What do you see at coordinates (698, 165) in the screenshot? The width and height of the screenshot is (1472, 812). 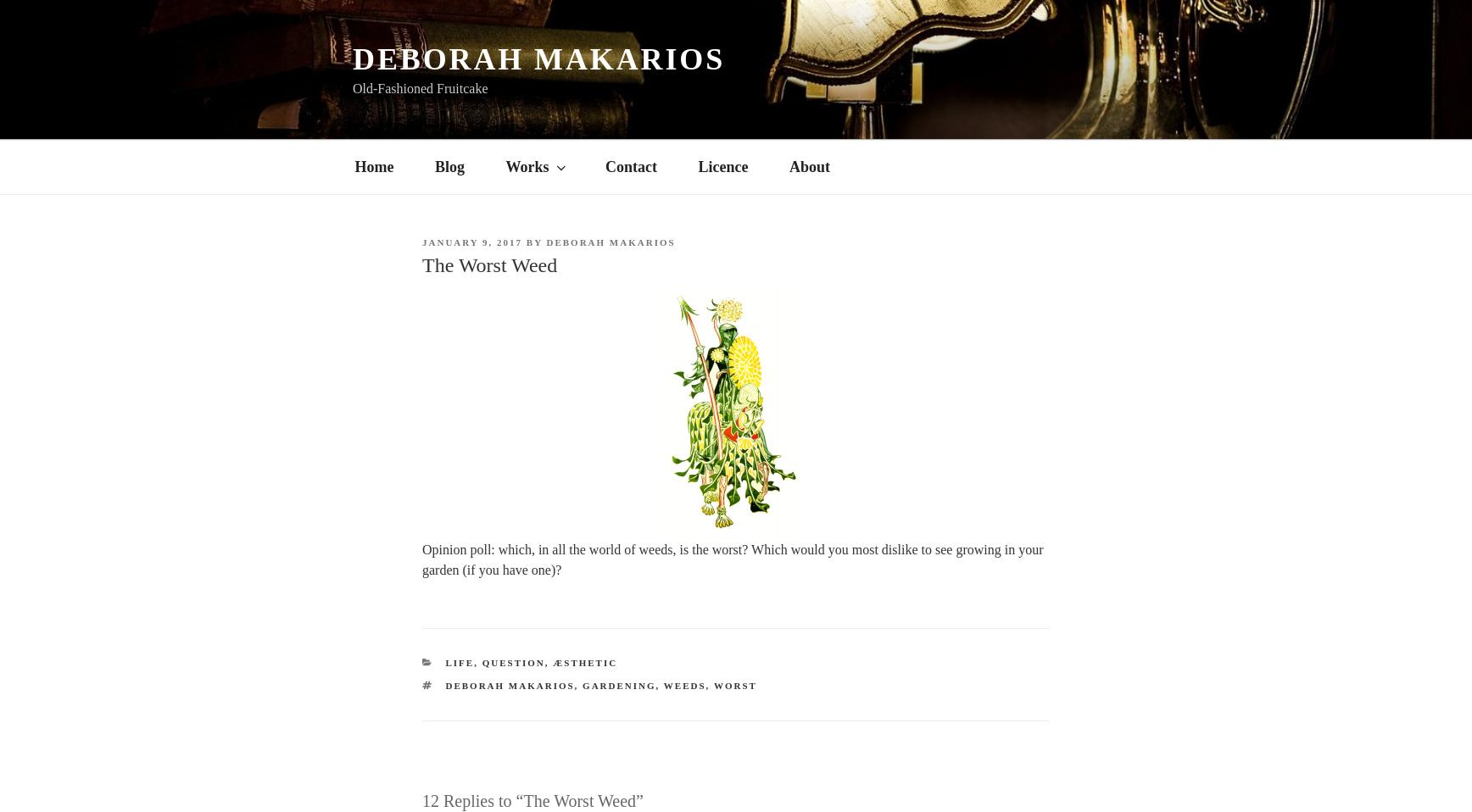 I see `'Licence'` at bounding box center [698, 165].